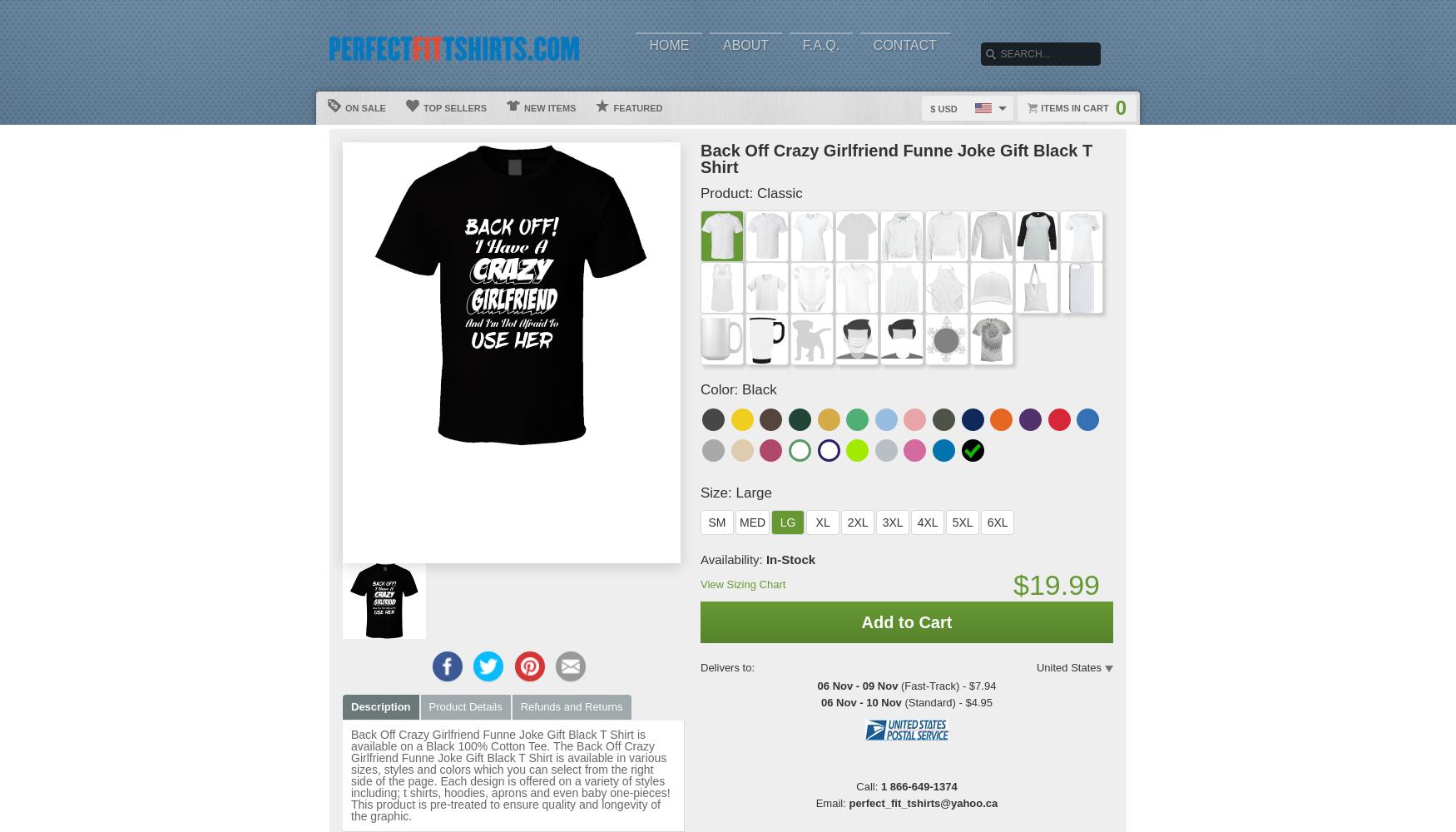 The image size is (1456, 832). Describe the element at coordinates (380, 705) in the screenshot. I see `'Description'` at that location.